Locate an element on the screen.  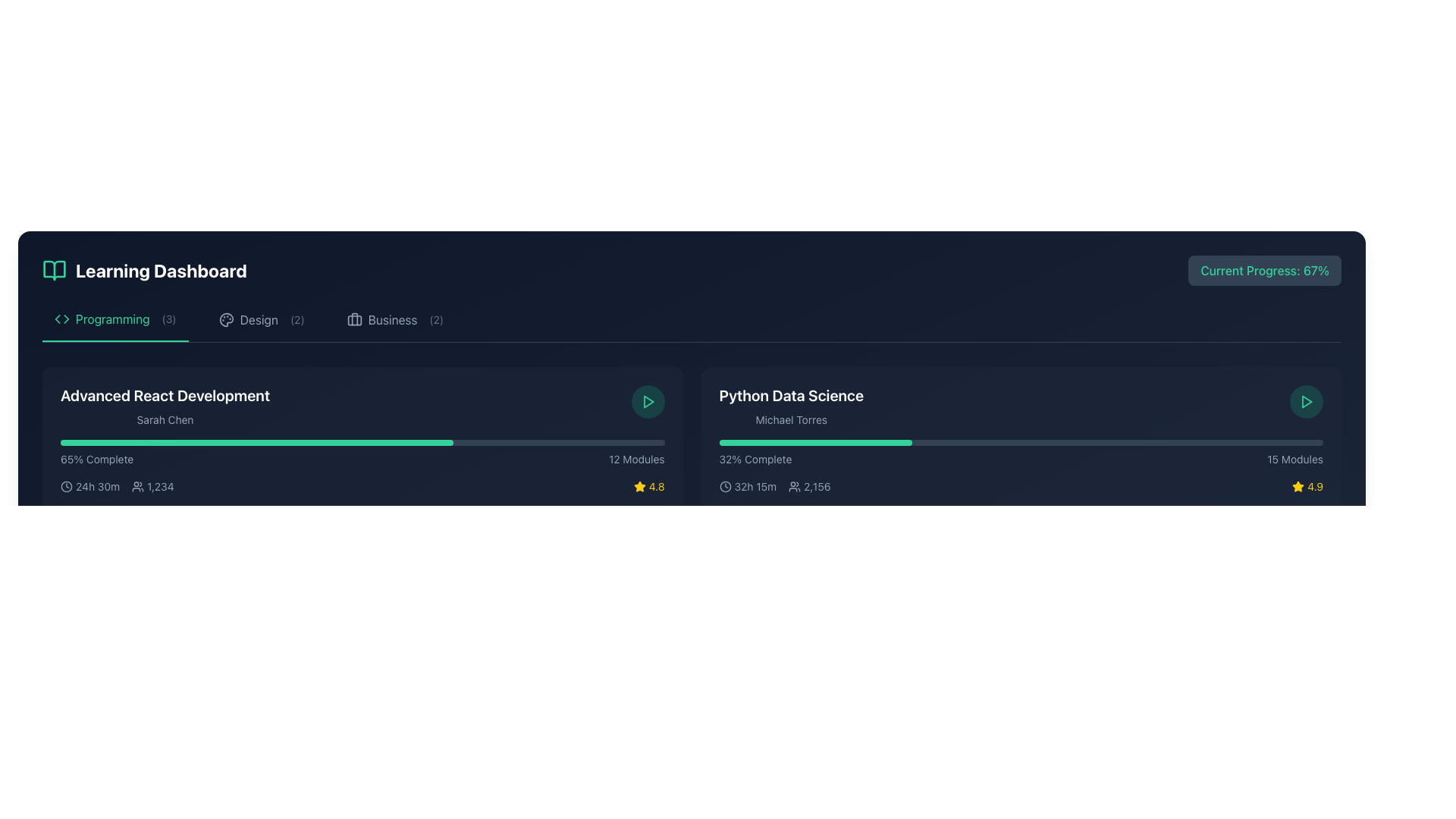
the text-based informational UI component displaying the estimated time required to complete the course module is located at coordinates (89, 486).